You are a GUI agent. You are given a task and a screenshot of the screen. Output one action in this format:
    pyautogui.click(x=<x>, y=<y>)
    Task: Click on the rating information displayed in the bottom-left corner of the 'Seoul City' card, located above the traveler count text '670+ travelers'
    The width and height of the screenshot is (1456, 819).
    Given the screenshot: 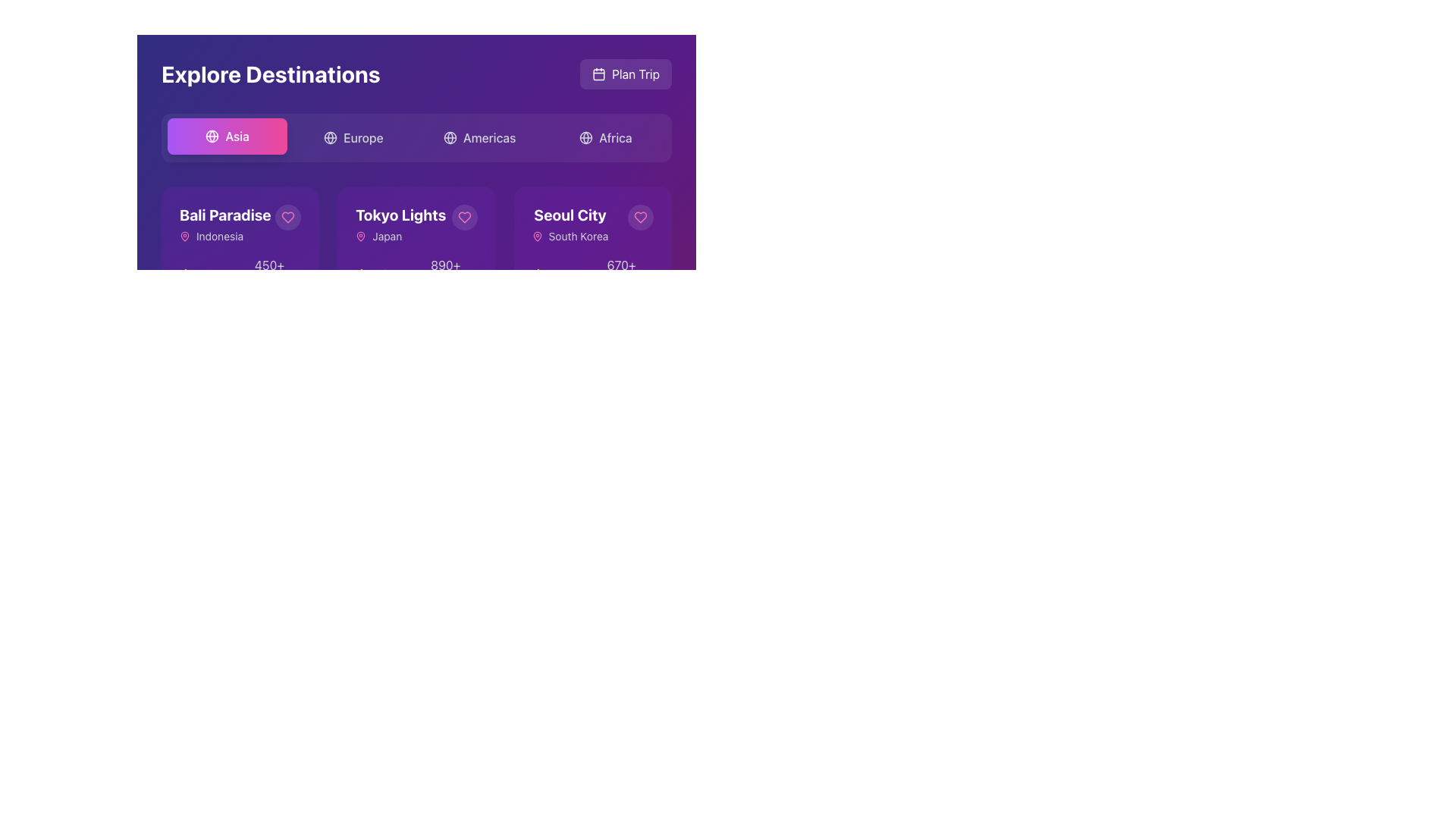 What is the action you would take?
    pyautogui.click(x=548, y=275)
    